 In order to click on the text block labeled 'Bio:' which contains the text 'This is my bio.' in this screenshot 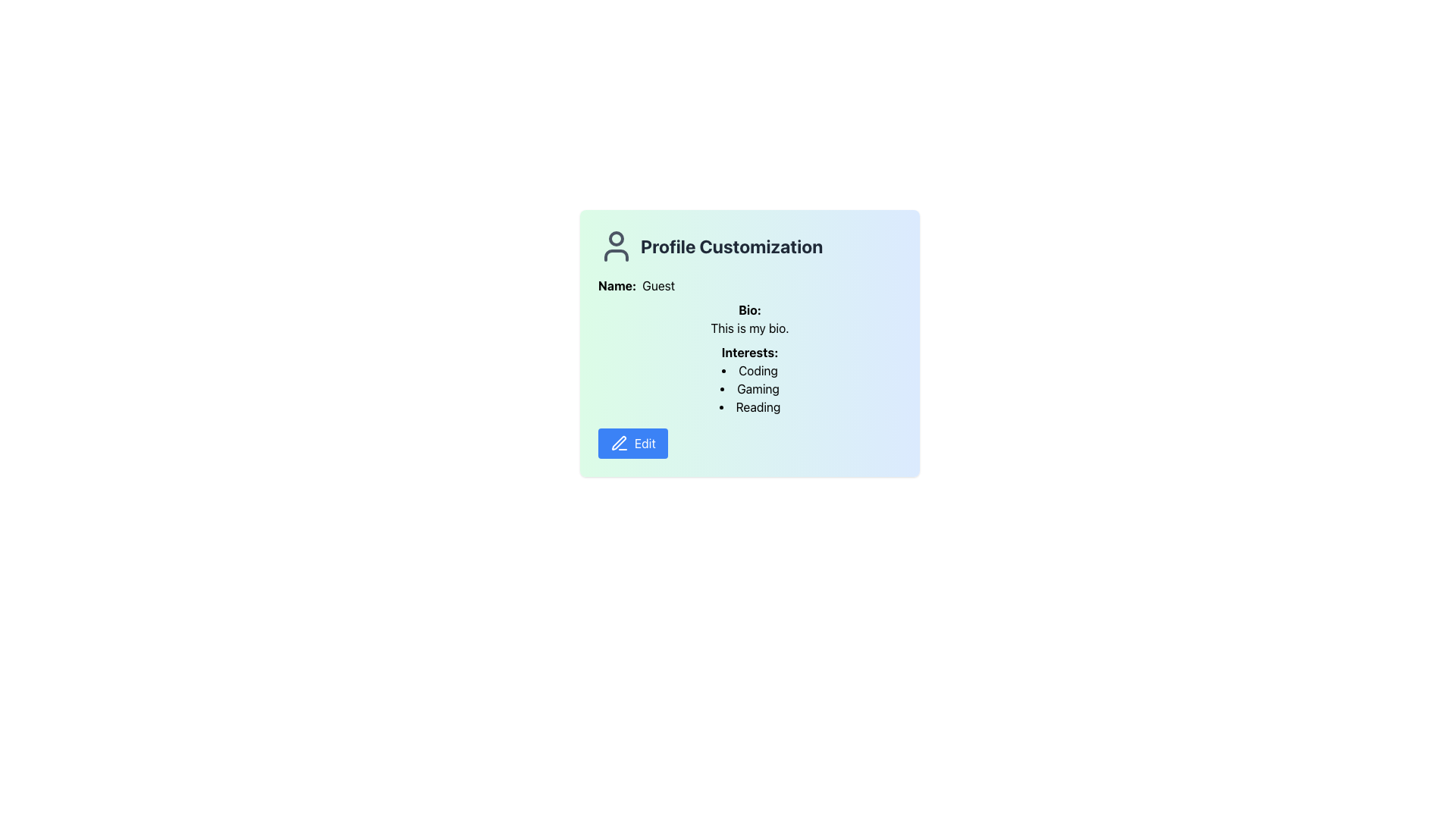, I will do `click(749, 318)`.